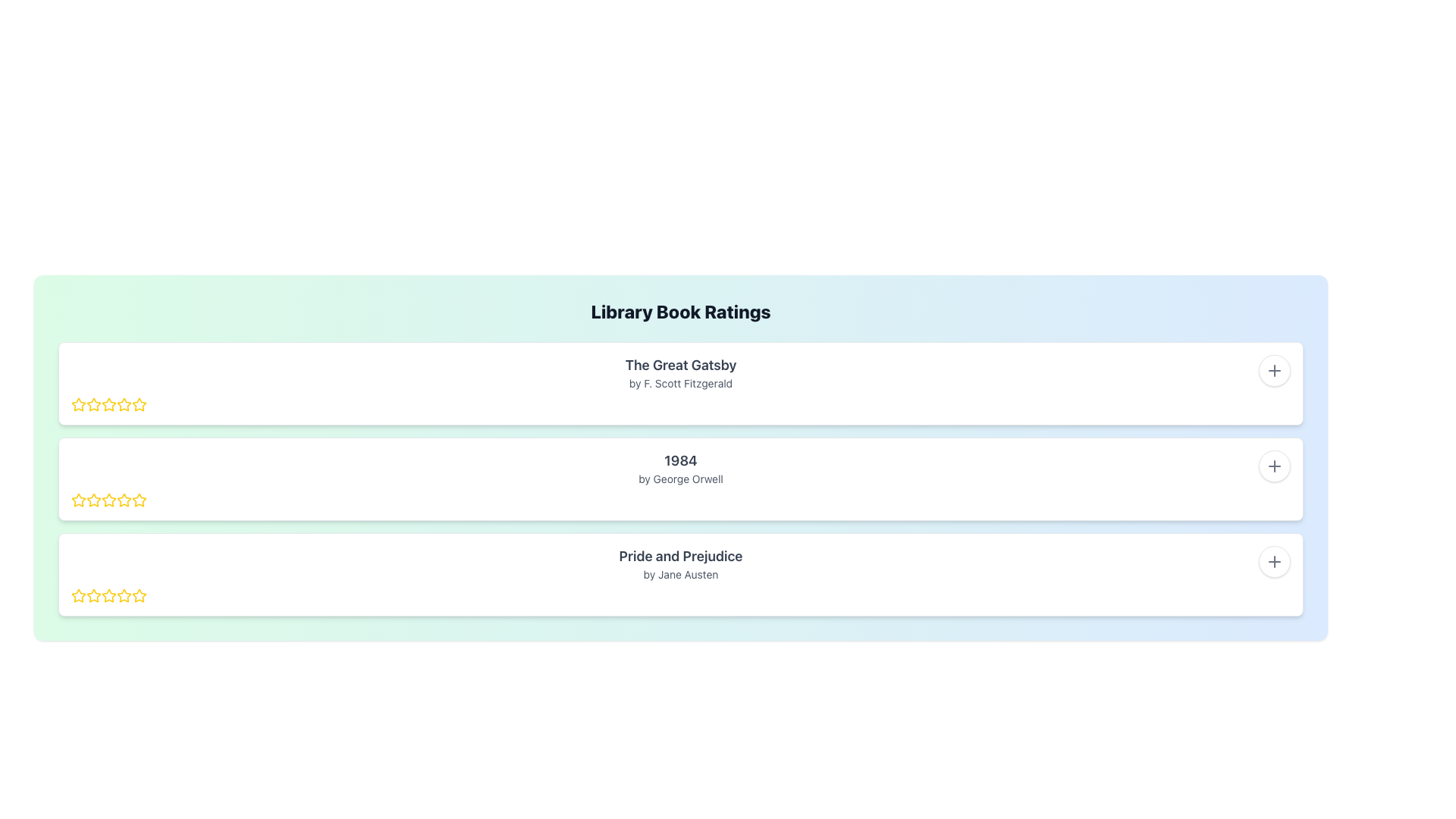 The image size is (1456, 819). Describe the element at coordinates (108, 500) in the screenshot. I see `the second rating star icon with a yellow border to provide a rating for the book '1984' by George Orwell` at that location.